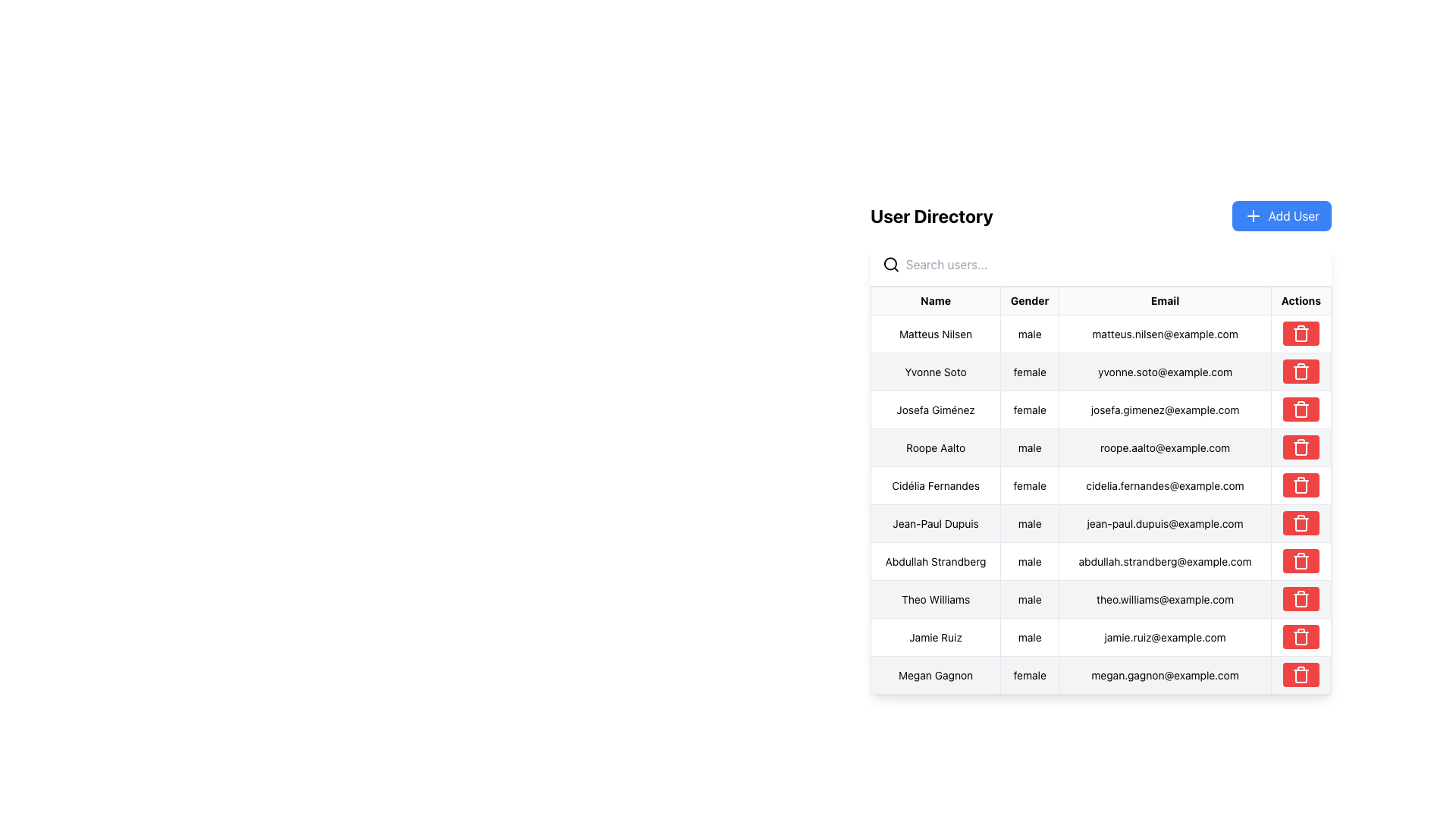 The image size is (1456, 819). What do you see at coordinates (1300, 675) in the screenshot?
I see `the vertical rectangular block with a red fill, which is part of the trash can icon located in the 'Actions' column of the last row corresponding to 'Megan Gagnon'` at bounding box center [1300, 675].